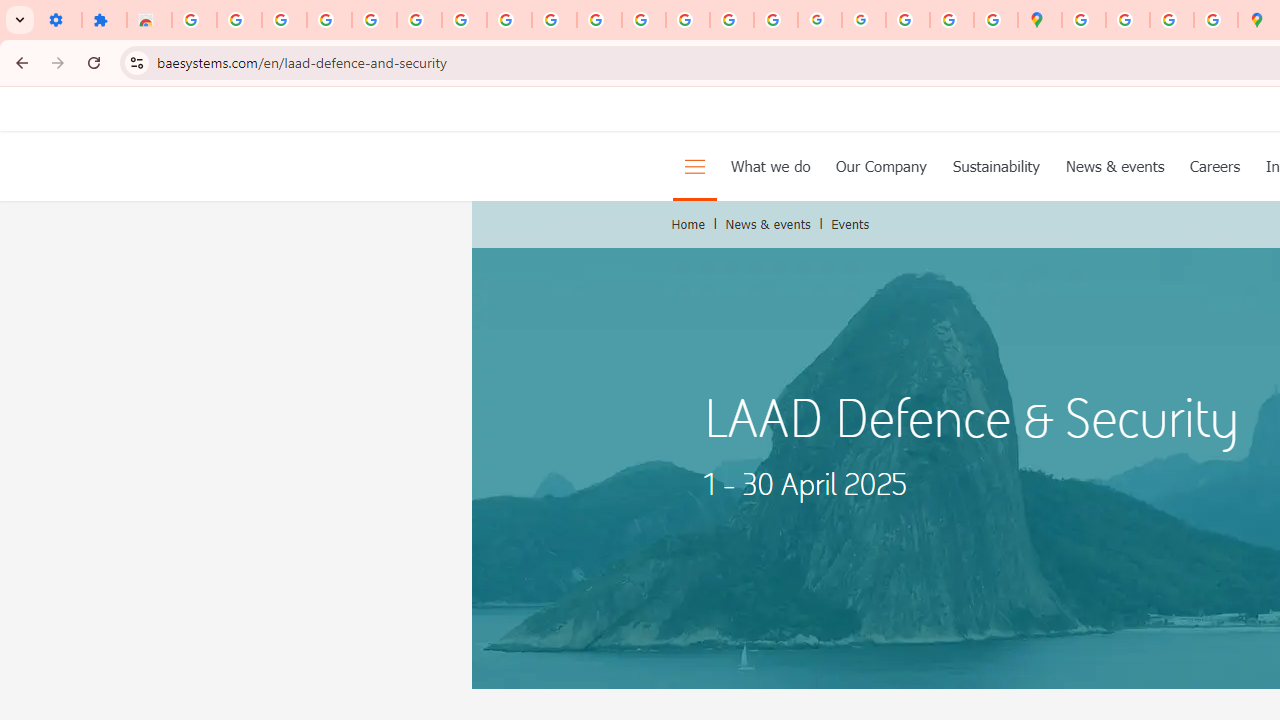  I want to click on 'https://scholar.google.com/', so click(643, 20).